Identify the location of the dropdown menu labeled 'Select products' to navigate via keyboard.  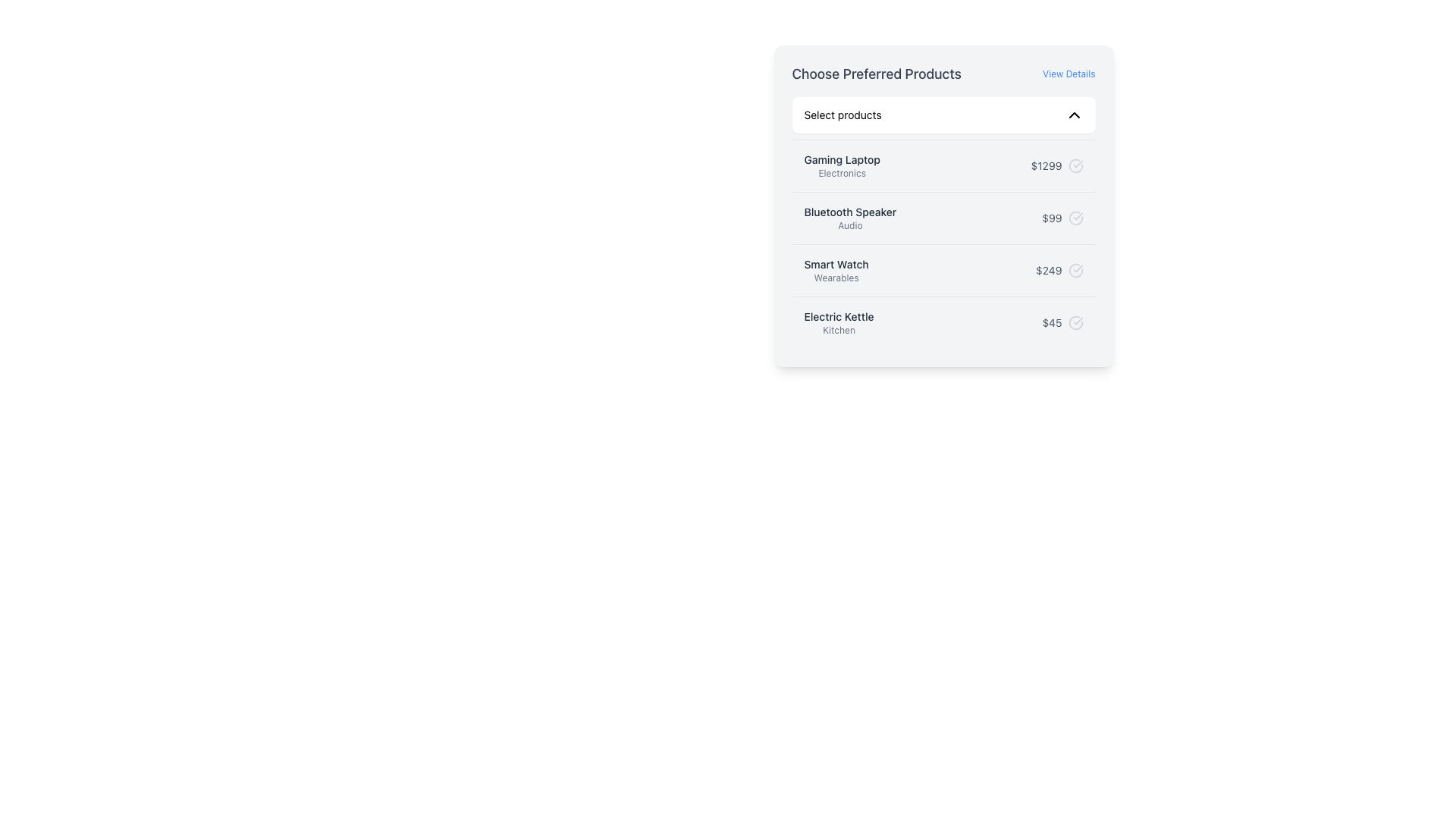
(943, 114).